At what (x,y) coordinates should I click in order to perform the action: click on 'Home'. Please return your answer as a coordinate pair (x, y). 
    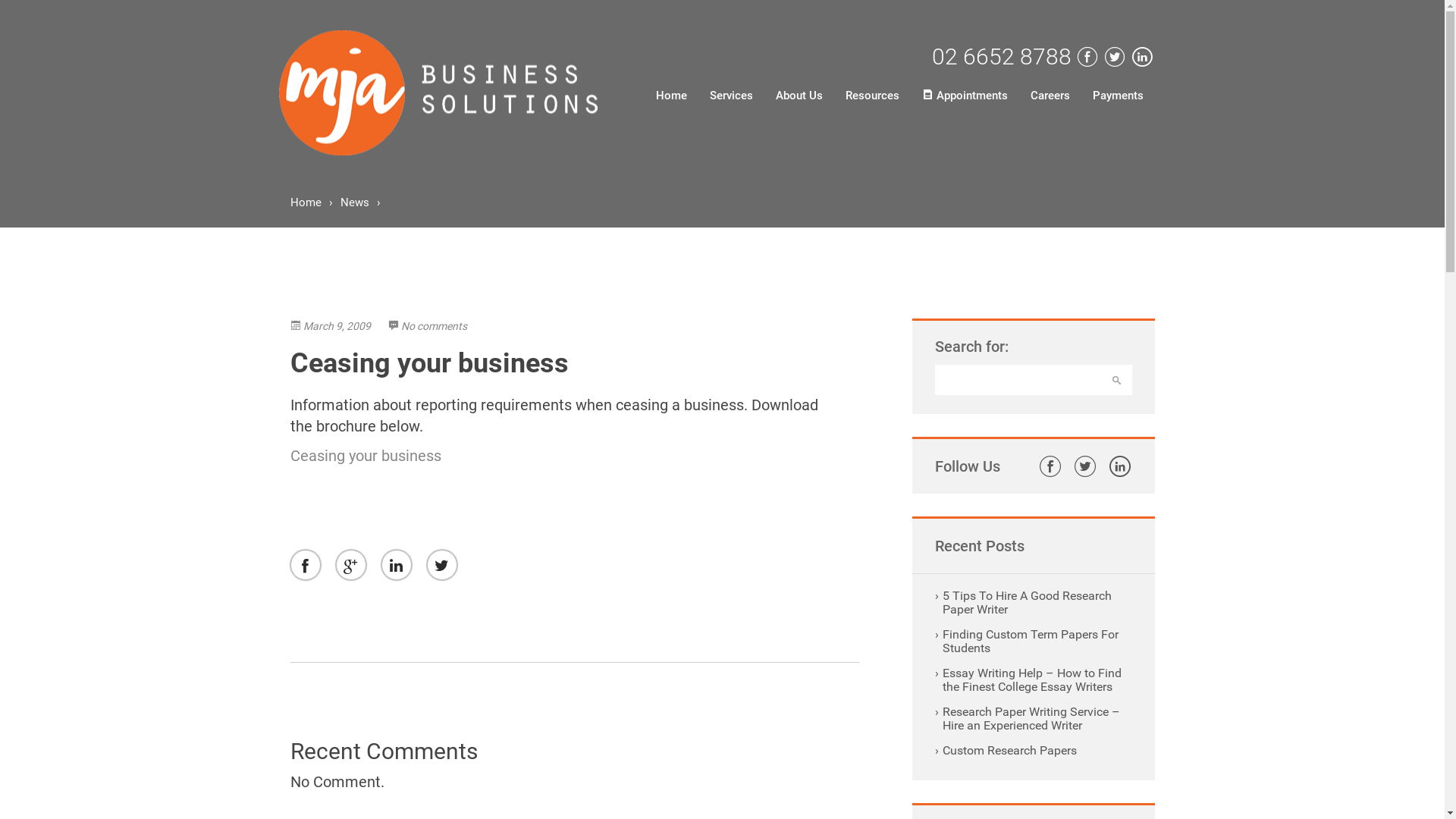
    Looking at the image, I should click on (304, 201).